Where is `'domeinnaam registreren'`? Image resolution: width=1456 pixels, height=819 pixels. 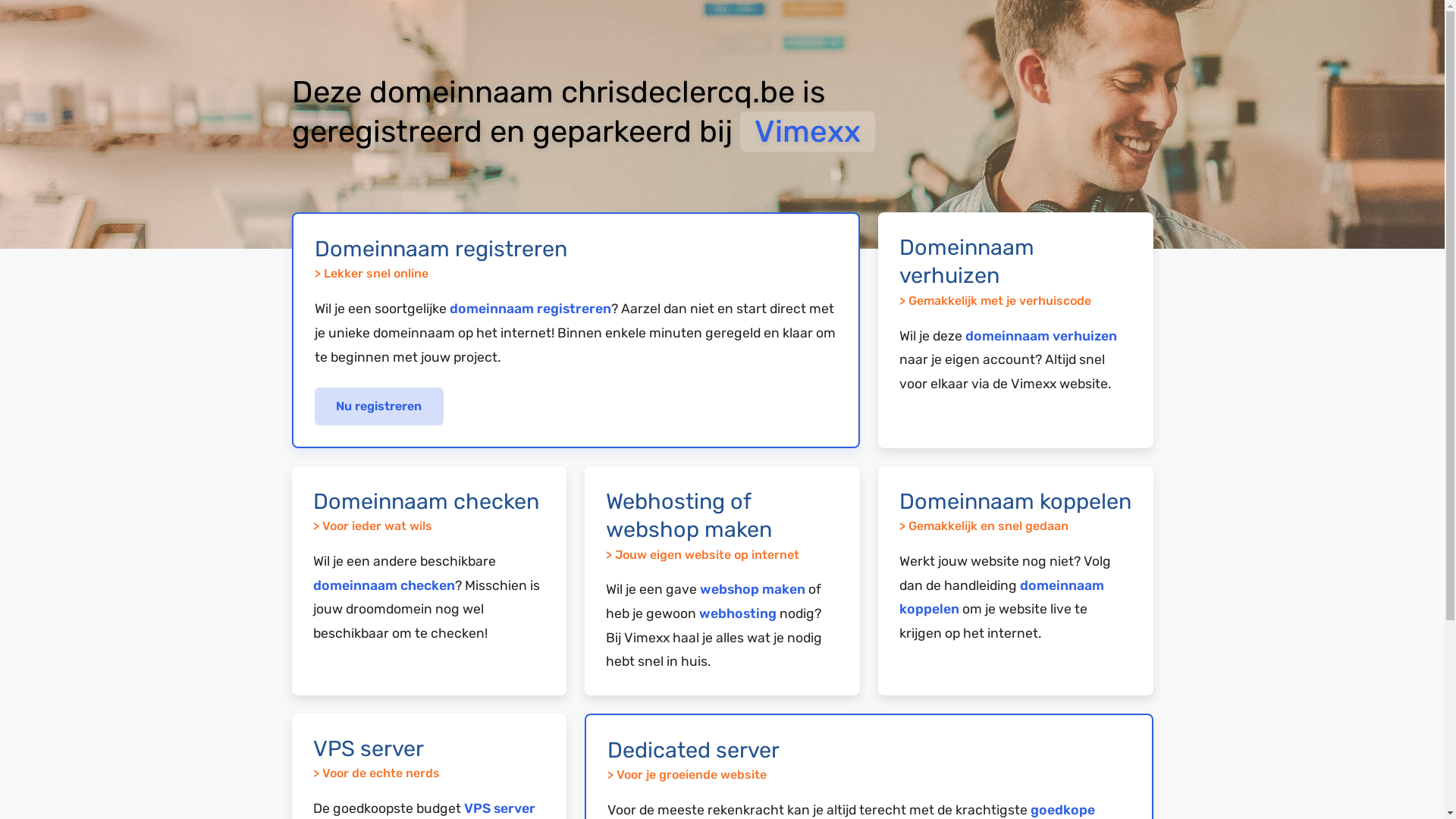 'domeinnaam registreren' is located at coordinates (529, 308).